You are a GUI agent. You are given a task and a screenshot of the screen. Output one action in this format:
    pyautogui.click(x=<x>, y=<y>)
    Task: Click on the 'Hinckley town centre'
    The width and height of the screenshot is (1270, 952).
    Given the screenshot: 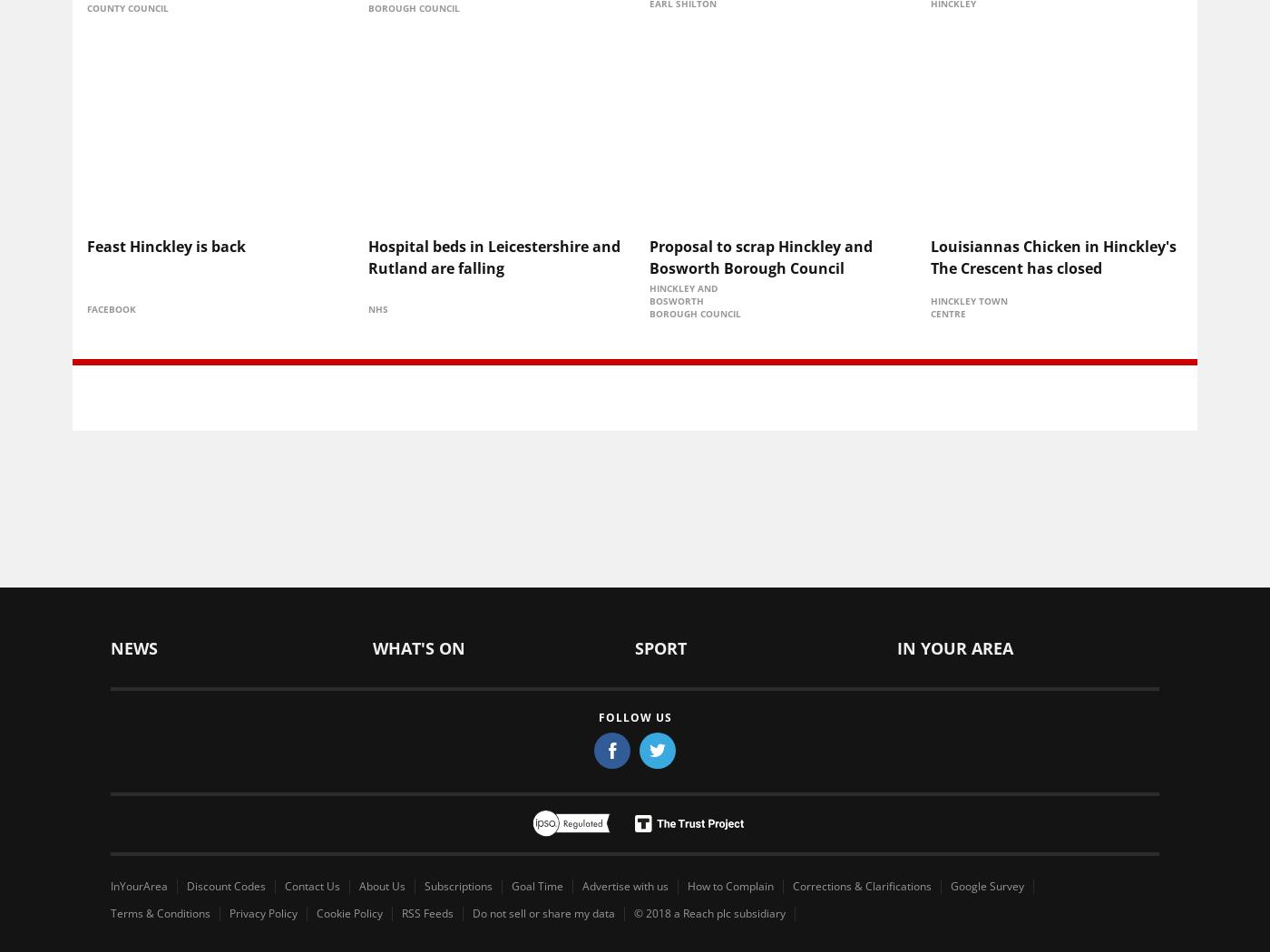 What is the action you would take?
    pyautogui.click(x=969, y=306)
    